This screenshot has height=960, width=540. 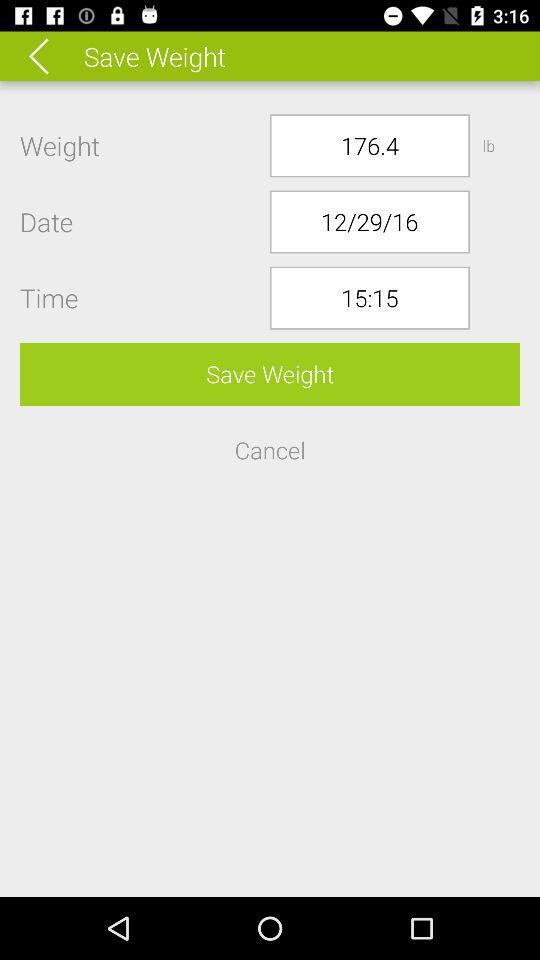 I want to click on the app next to save weight app, so click(x=52, y=55).